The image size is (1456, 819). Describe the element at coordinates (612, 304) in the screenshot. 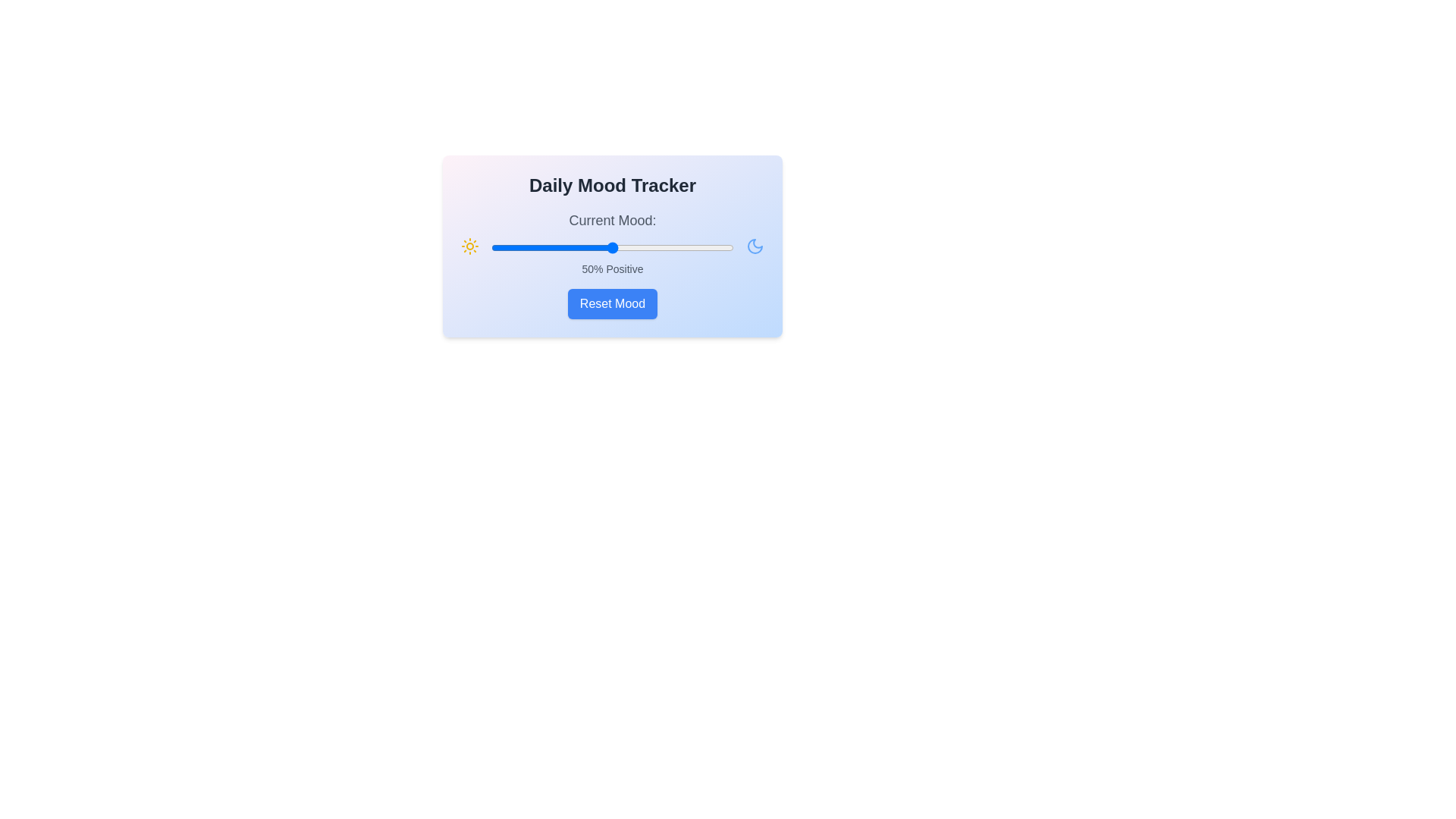

I see `the 'Reset Mood' button, which is a vibrant blue rectangular button with rounded corners and white text` at that location.